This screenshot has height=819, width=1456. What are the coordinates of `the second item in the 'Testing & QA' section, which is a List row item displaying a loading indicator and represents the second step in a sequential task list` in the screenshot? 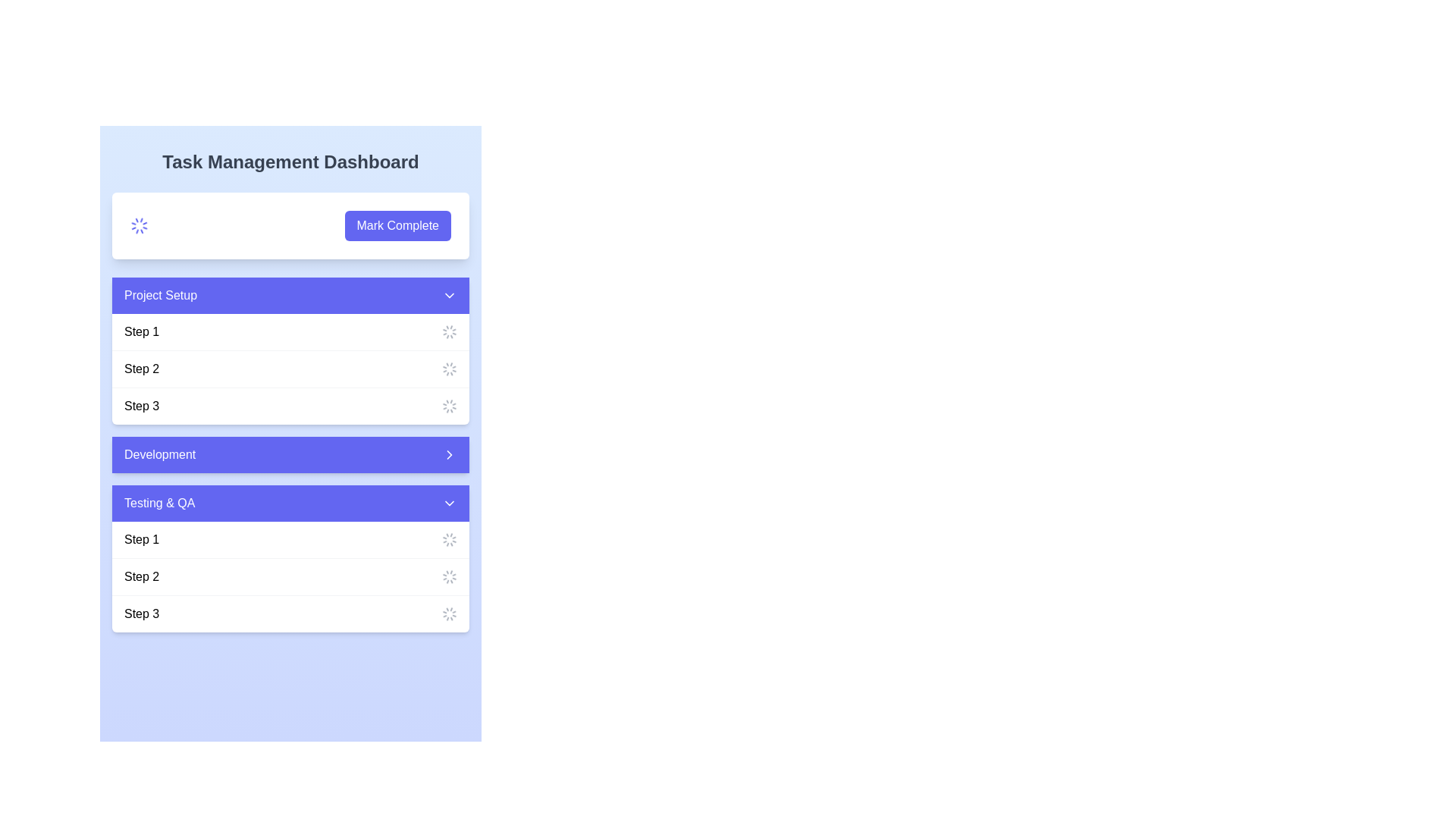 It's located at (290, 576).